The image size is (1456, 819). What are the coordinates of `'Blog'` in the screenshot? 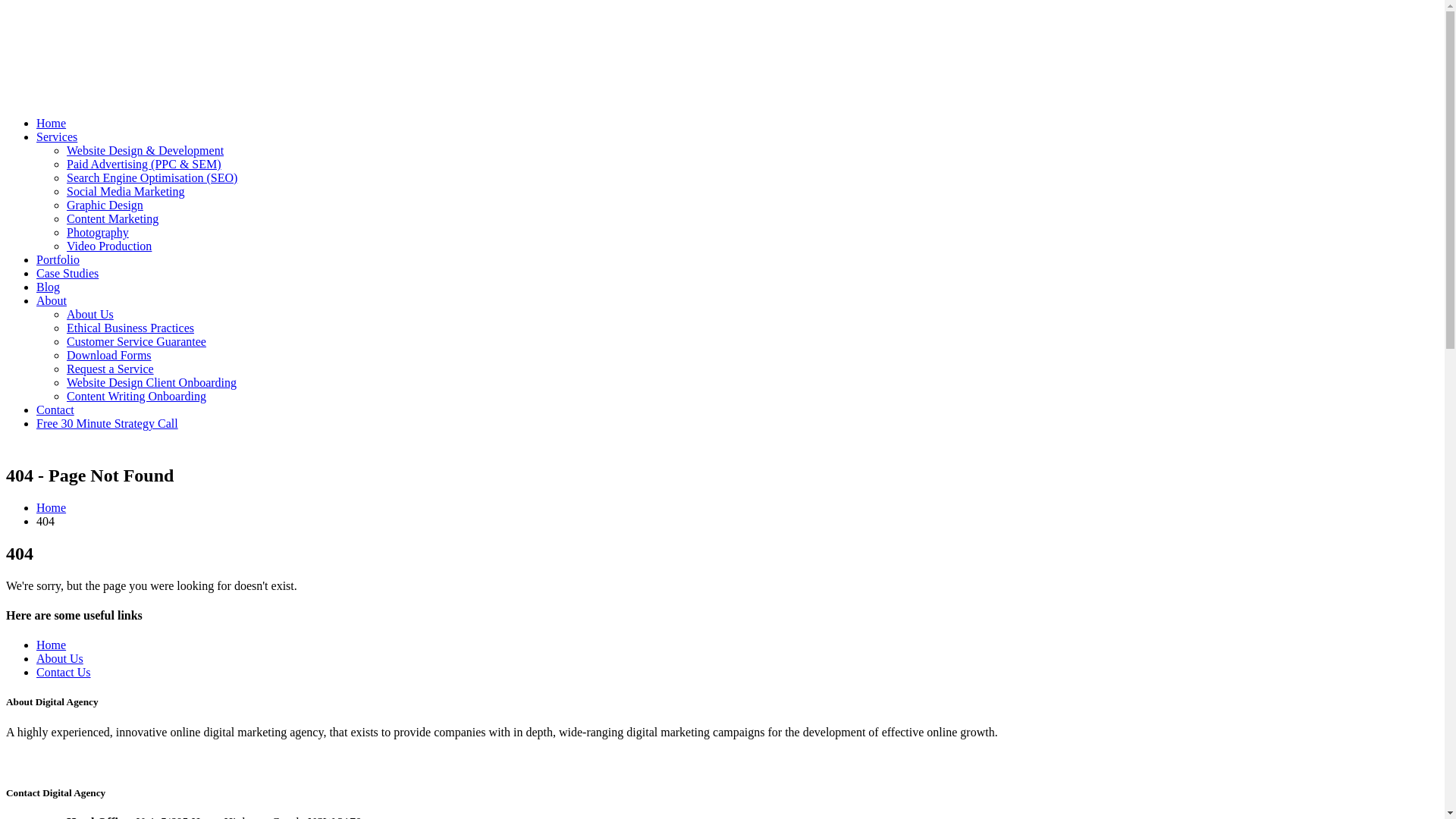 It's located at (36, 287).